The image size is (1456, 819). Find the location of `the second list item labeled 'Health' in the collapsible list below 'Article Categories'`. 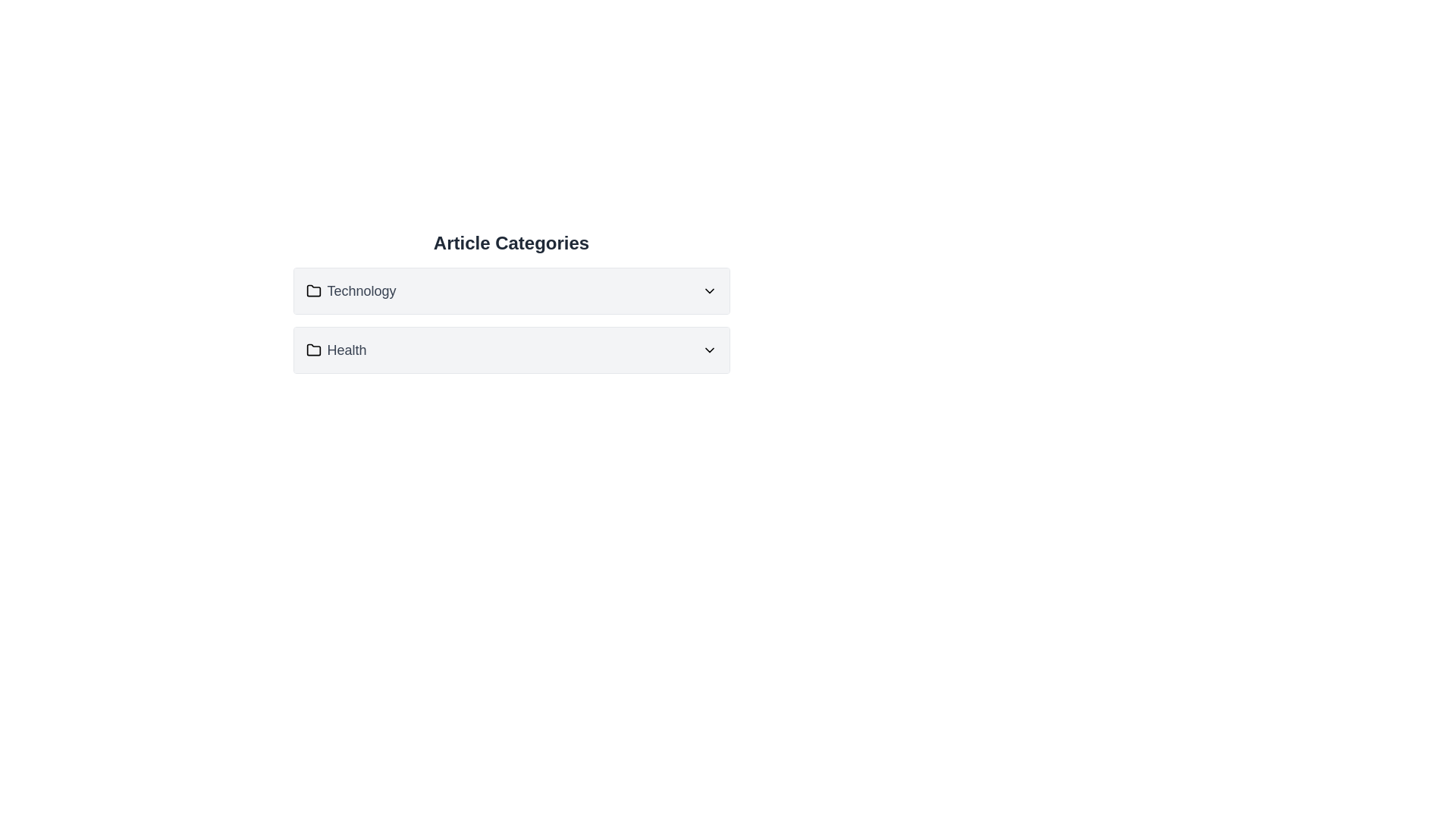

the second list item labeled 'Health' in the collapsible list below 'Article Categories' is located at coordinates (511, 350).